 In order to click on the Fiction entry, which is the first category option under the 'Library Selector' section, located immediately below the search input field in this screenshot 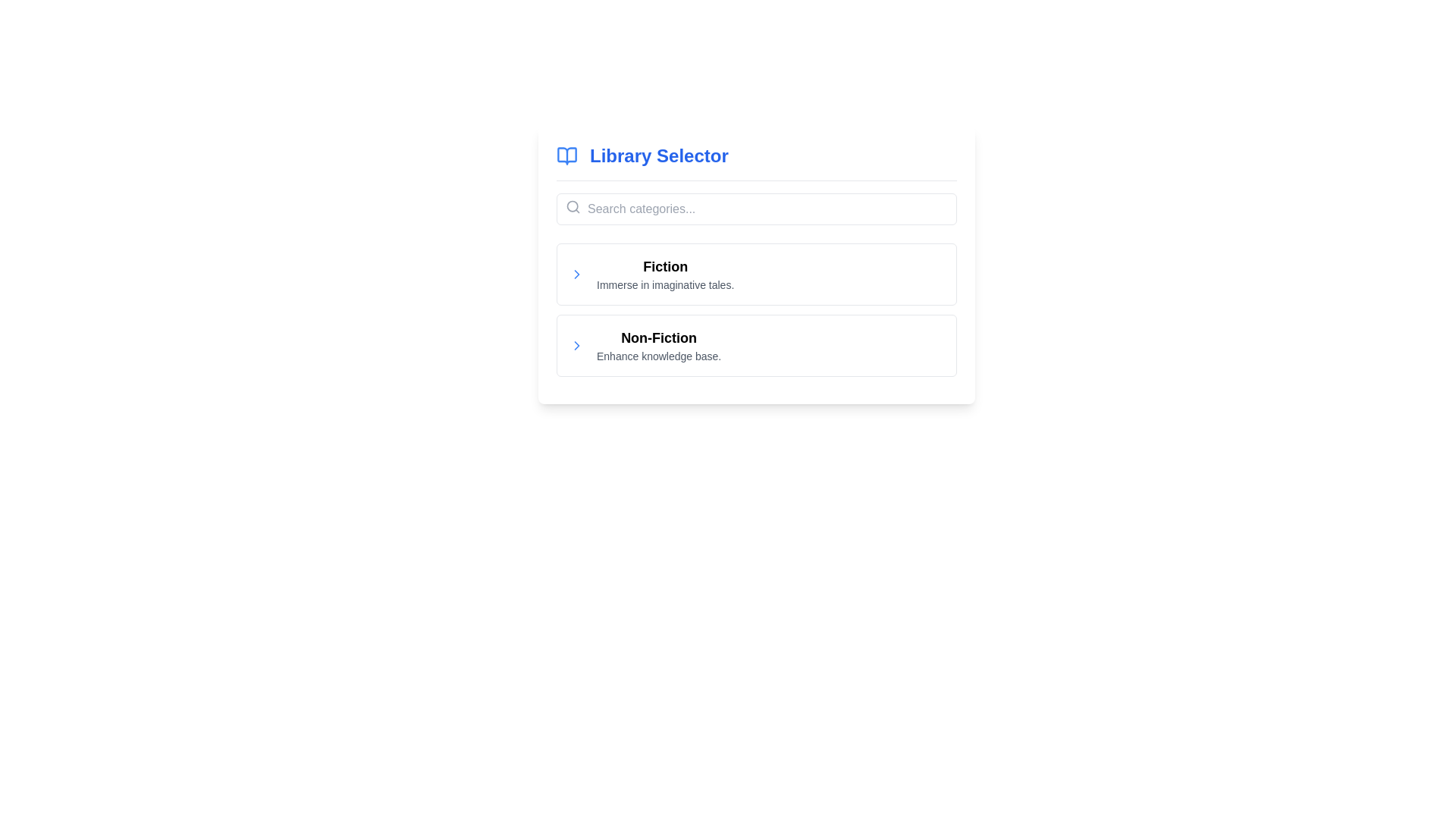, I will do `click(757, 263)`.